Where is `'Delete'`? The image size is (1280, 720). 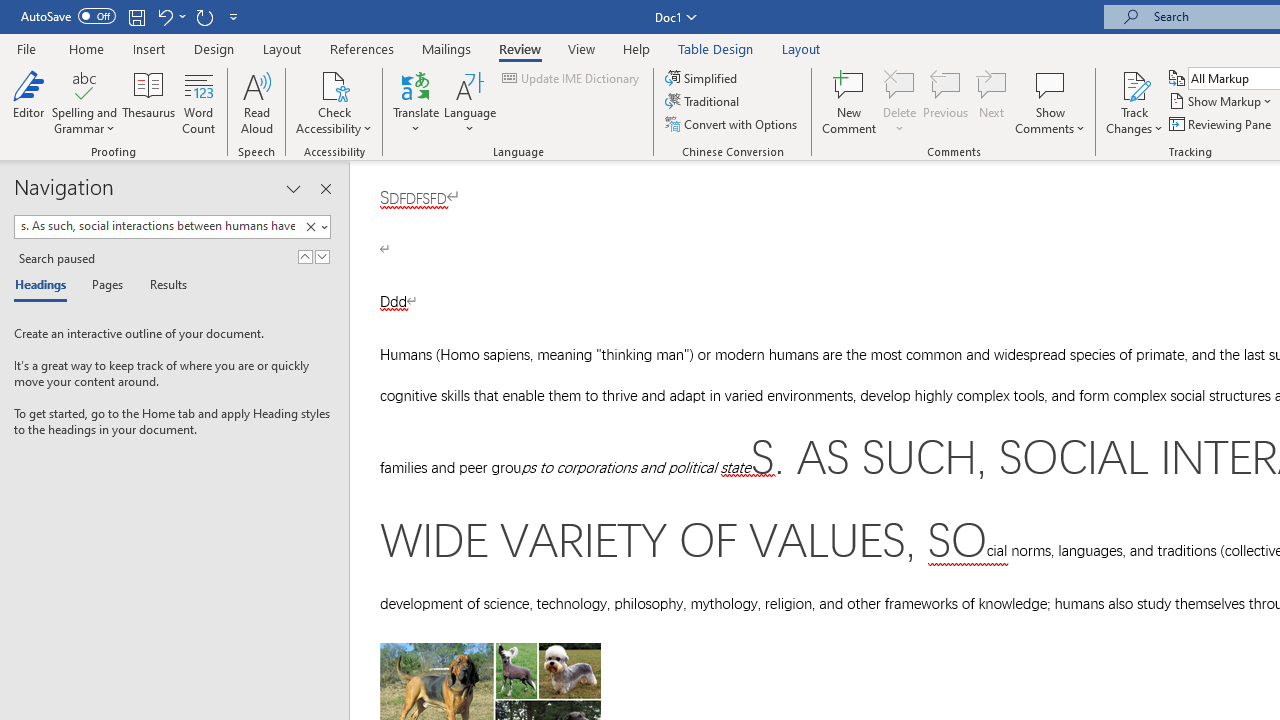 'Delete' is located at coordinates (899, 103).